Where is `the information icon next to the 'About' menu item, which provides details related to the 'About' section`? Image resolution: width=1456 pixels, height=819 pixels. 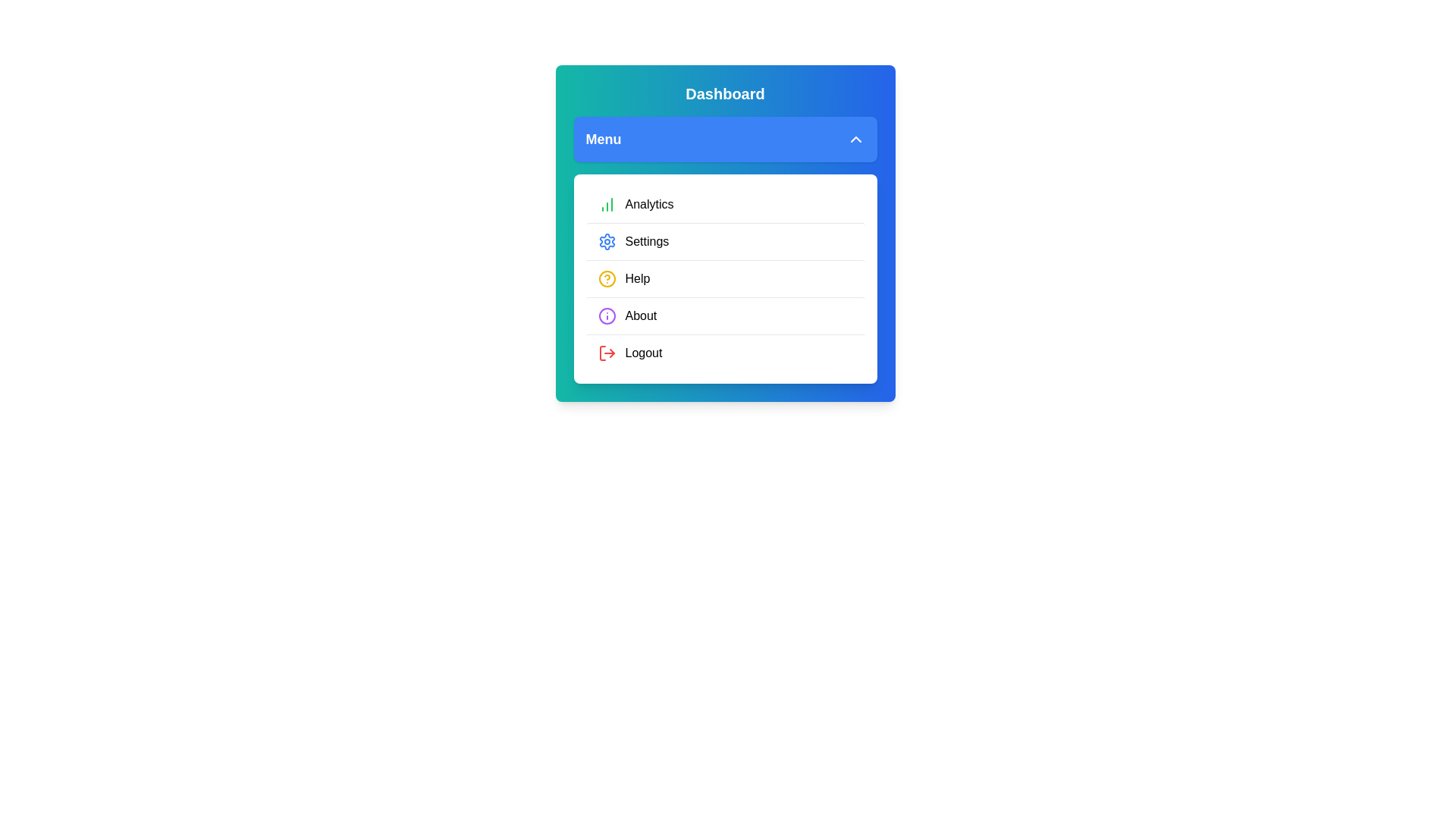
the information icon next to the 'About' menu item, which provides details related to the 'About' section is located at coordinates (607, 315).